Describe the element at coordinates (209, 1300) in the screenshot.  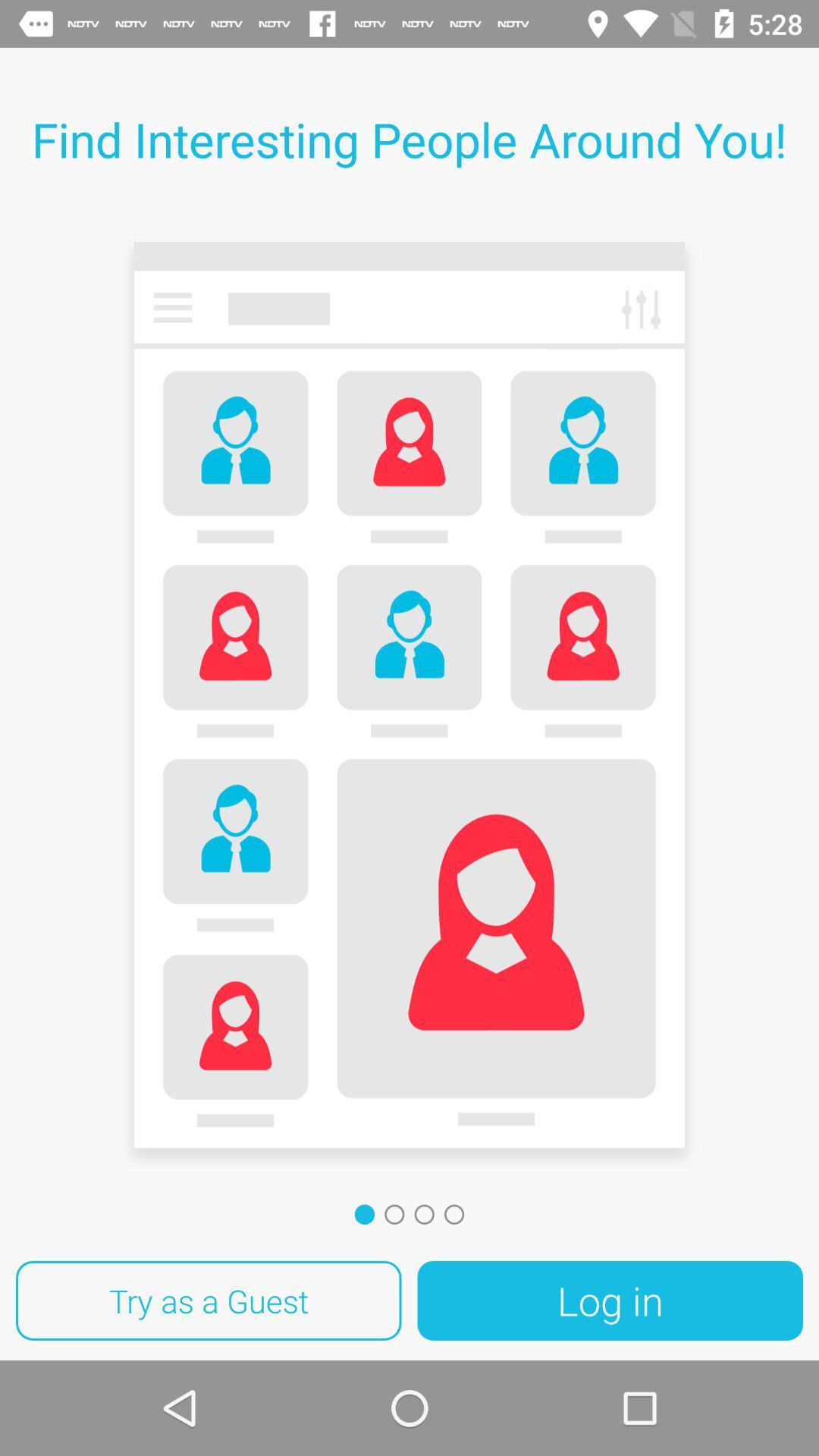
I see `the try as a item` at that location.